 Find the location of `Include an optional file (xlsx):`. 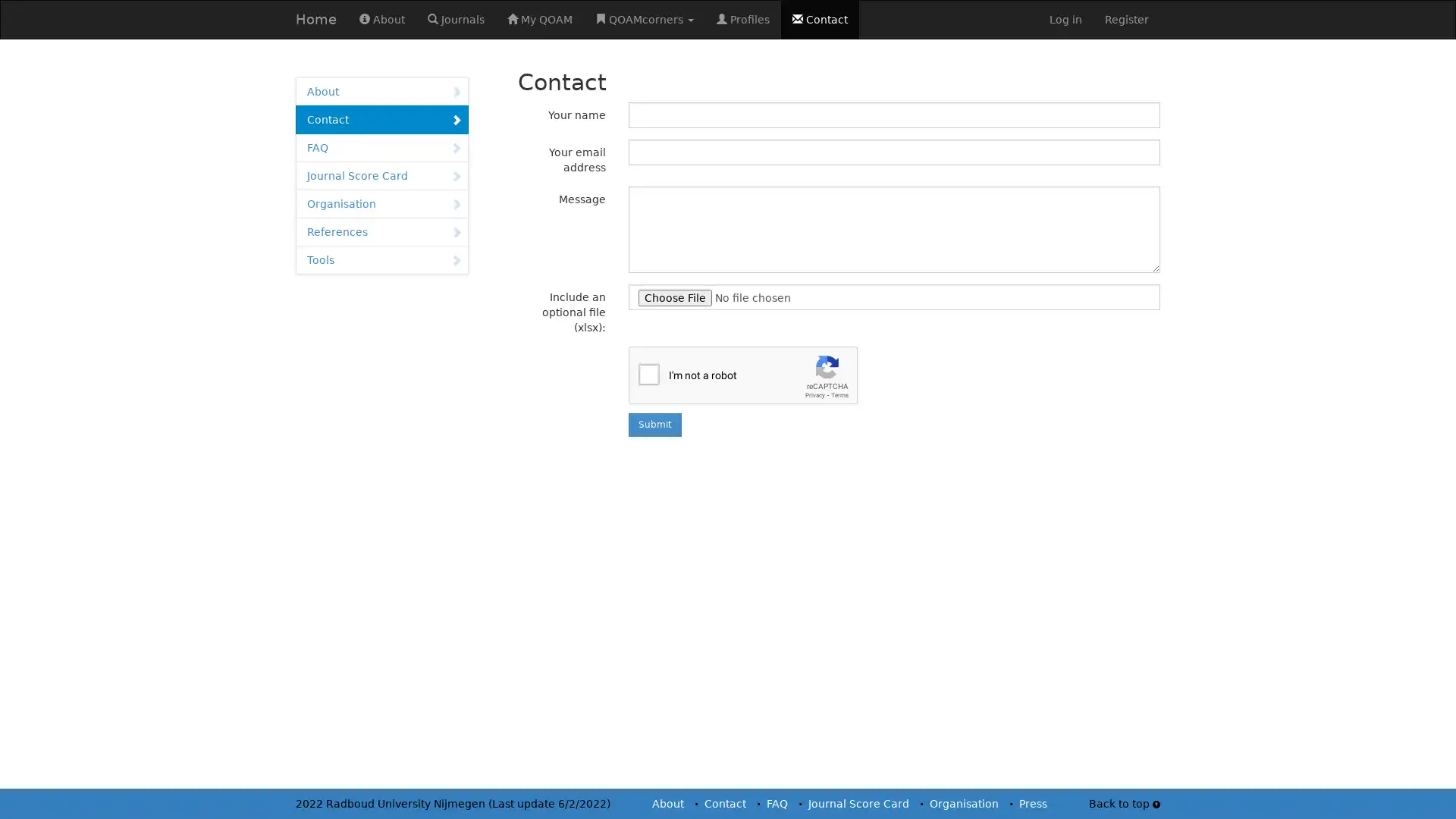

Include an optional file (xlsx): is located at coordinates (893, 297).